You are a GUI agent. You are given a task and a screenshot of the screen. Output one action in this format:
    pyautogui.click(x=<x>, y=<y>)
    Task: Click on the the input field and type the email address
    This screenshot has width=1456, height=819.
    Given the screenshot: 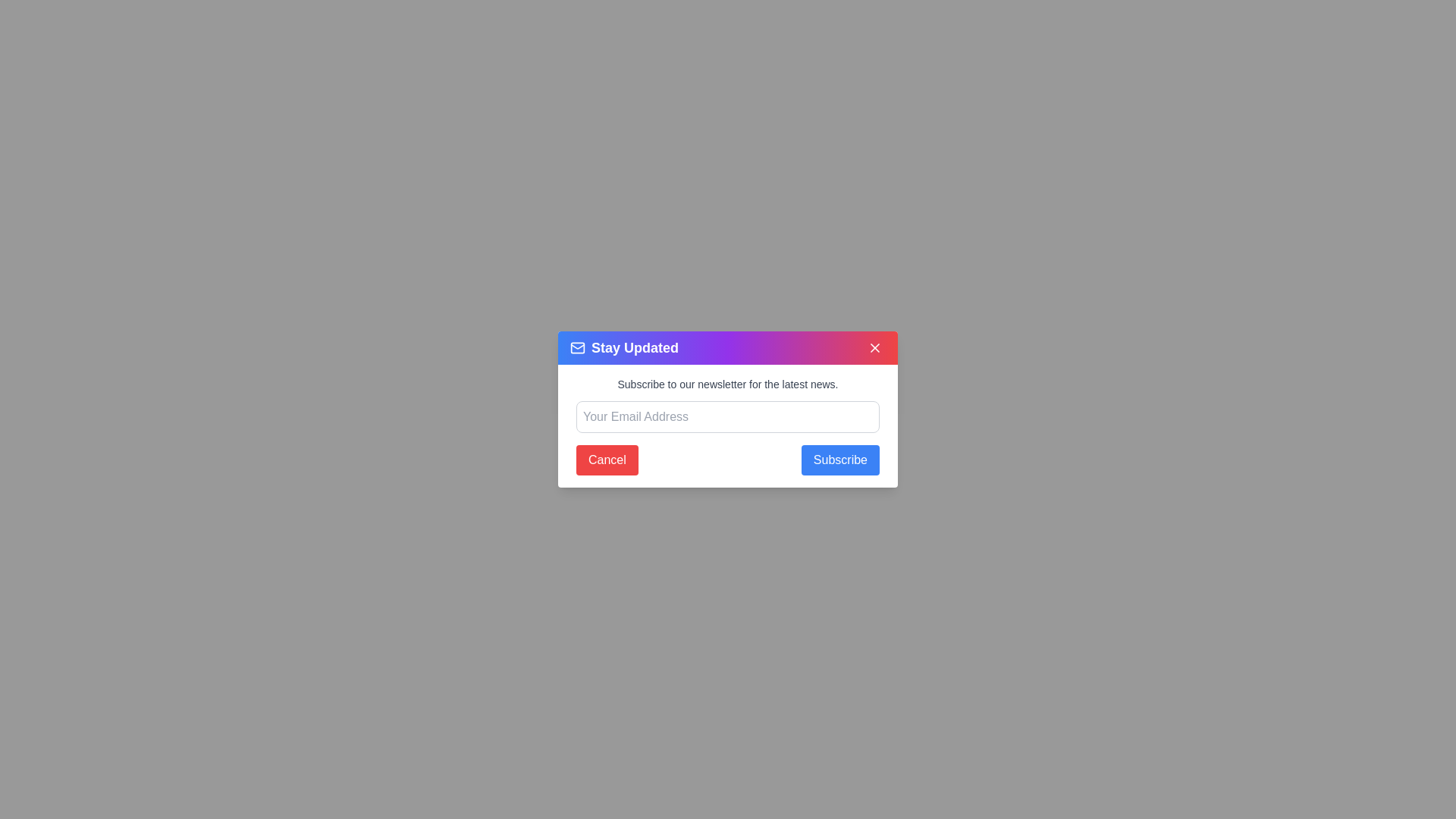 What is the action you would take?
    pyautogui.click(x=728, y=417)
    